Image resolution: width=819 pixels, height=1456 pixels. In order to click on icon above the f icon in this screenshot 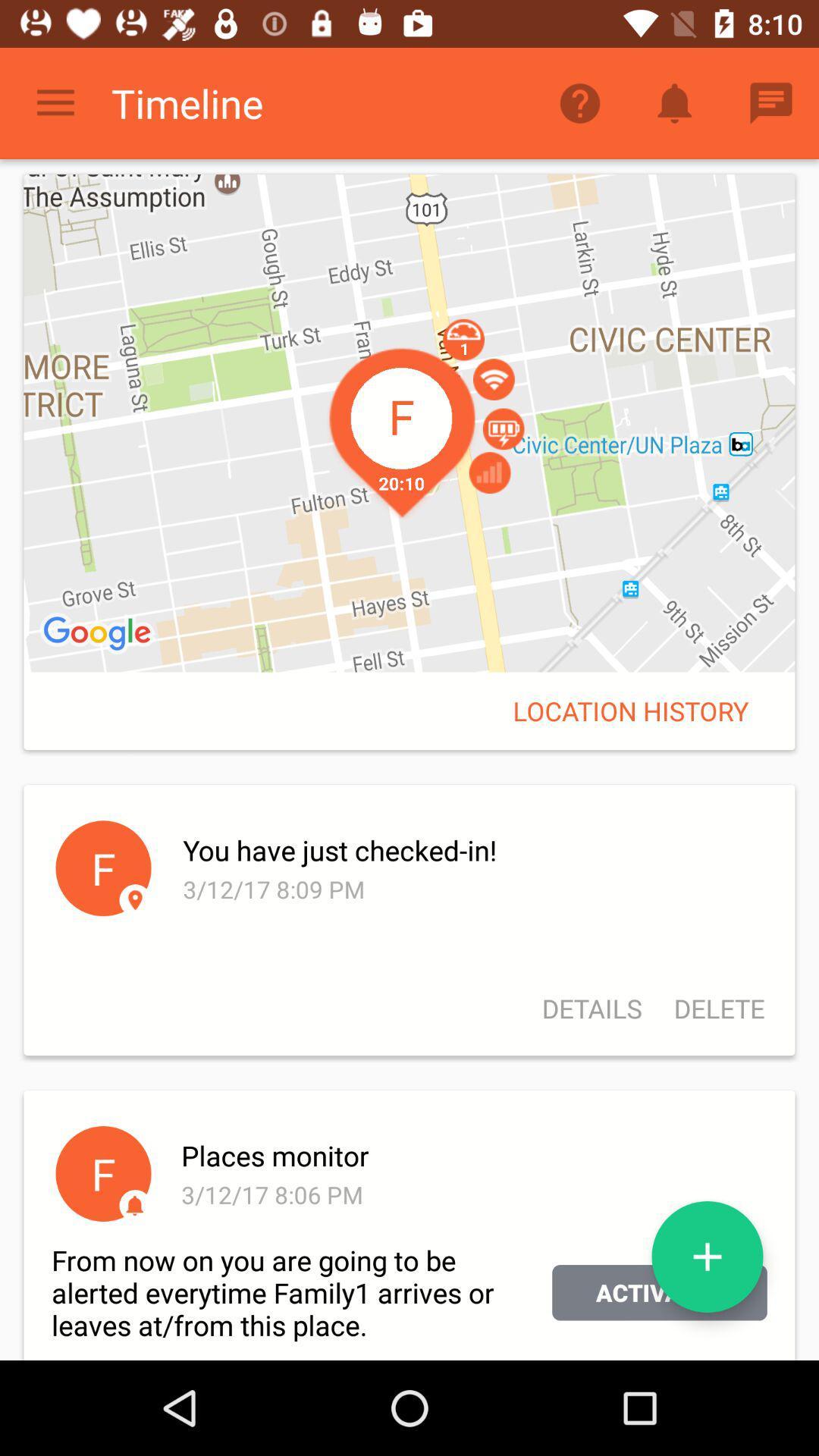, I will do `click(99, 634)`.